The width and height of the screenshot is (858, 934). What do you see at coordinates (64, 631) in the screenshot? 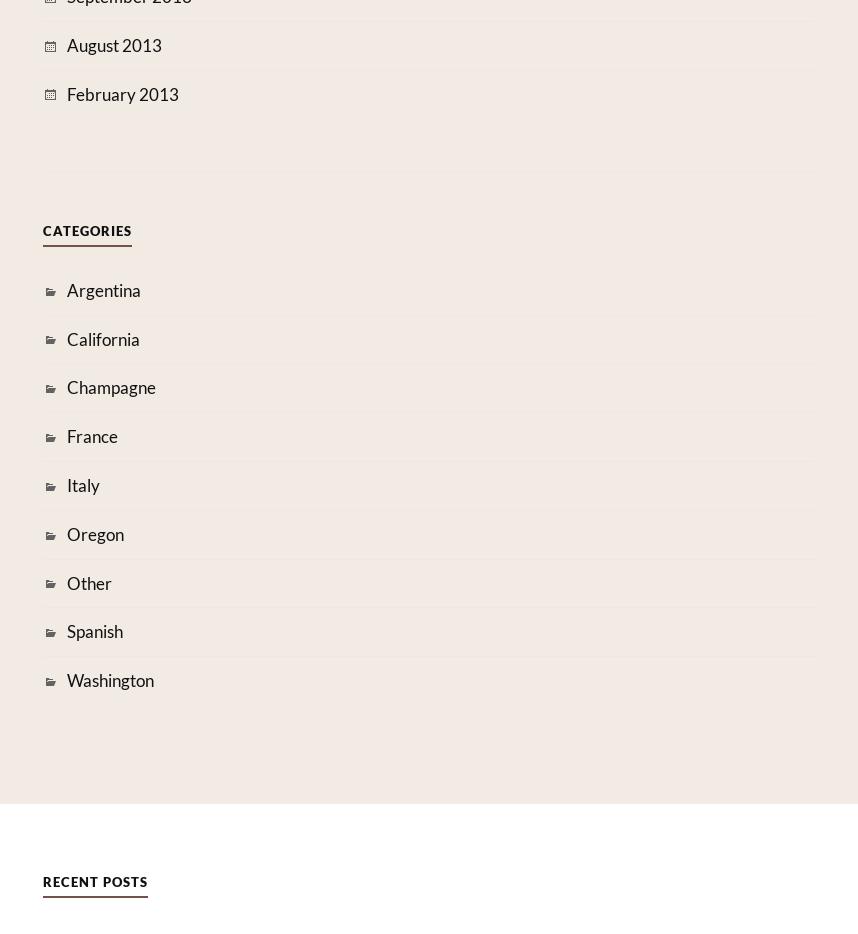
I see `'Spanish'` at bounding box center [64, 631].